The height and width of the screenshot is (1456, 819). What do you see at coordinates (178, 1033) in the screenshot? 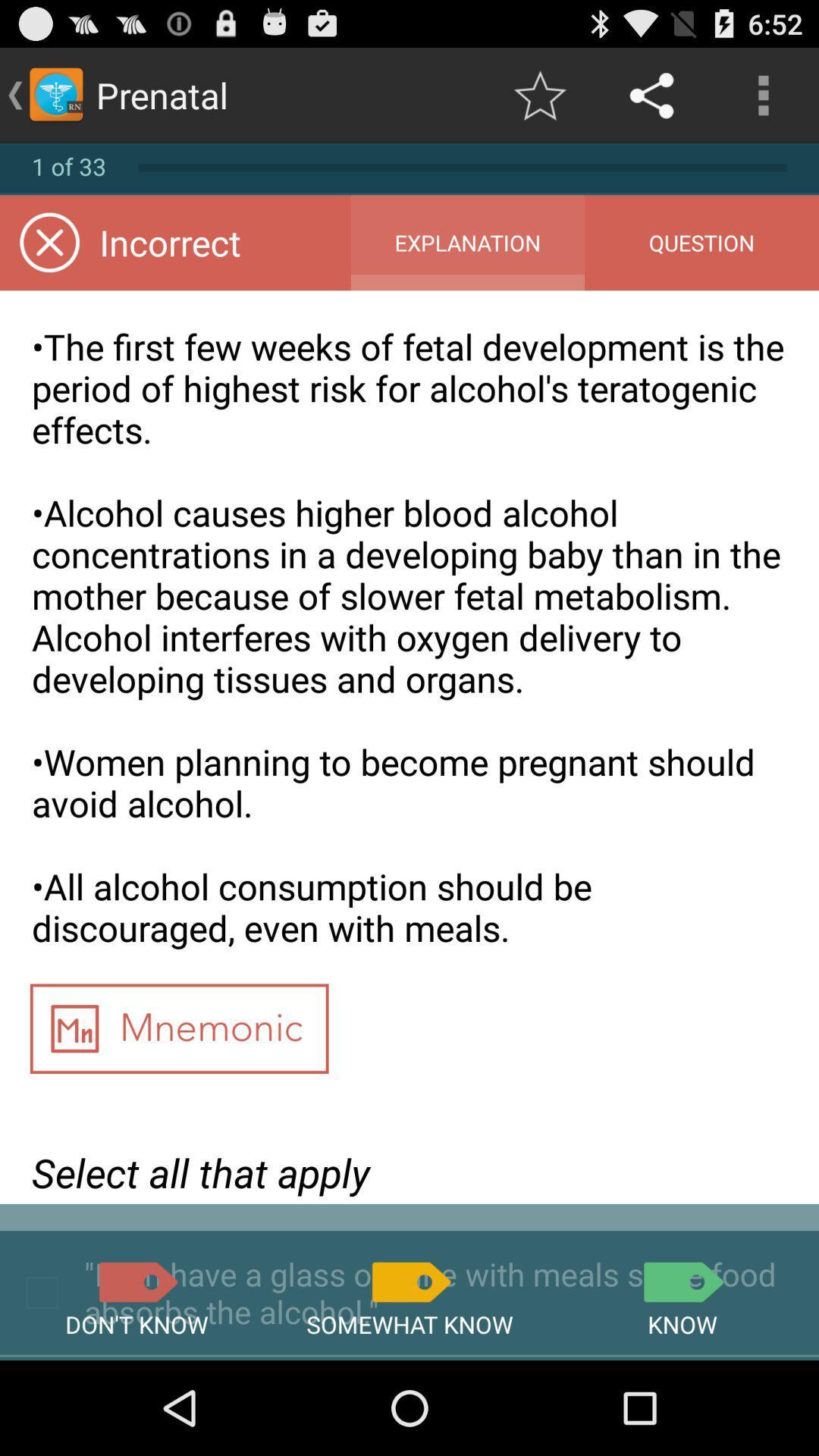
I see `app above the select all that app` at bounding box center [178, 1033].